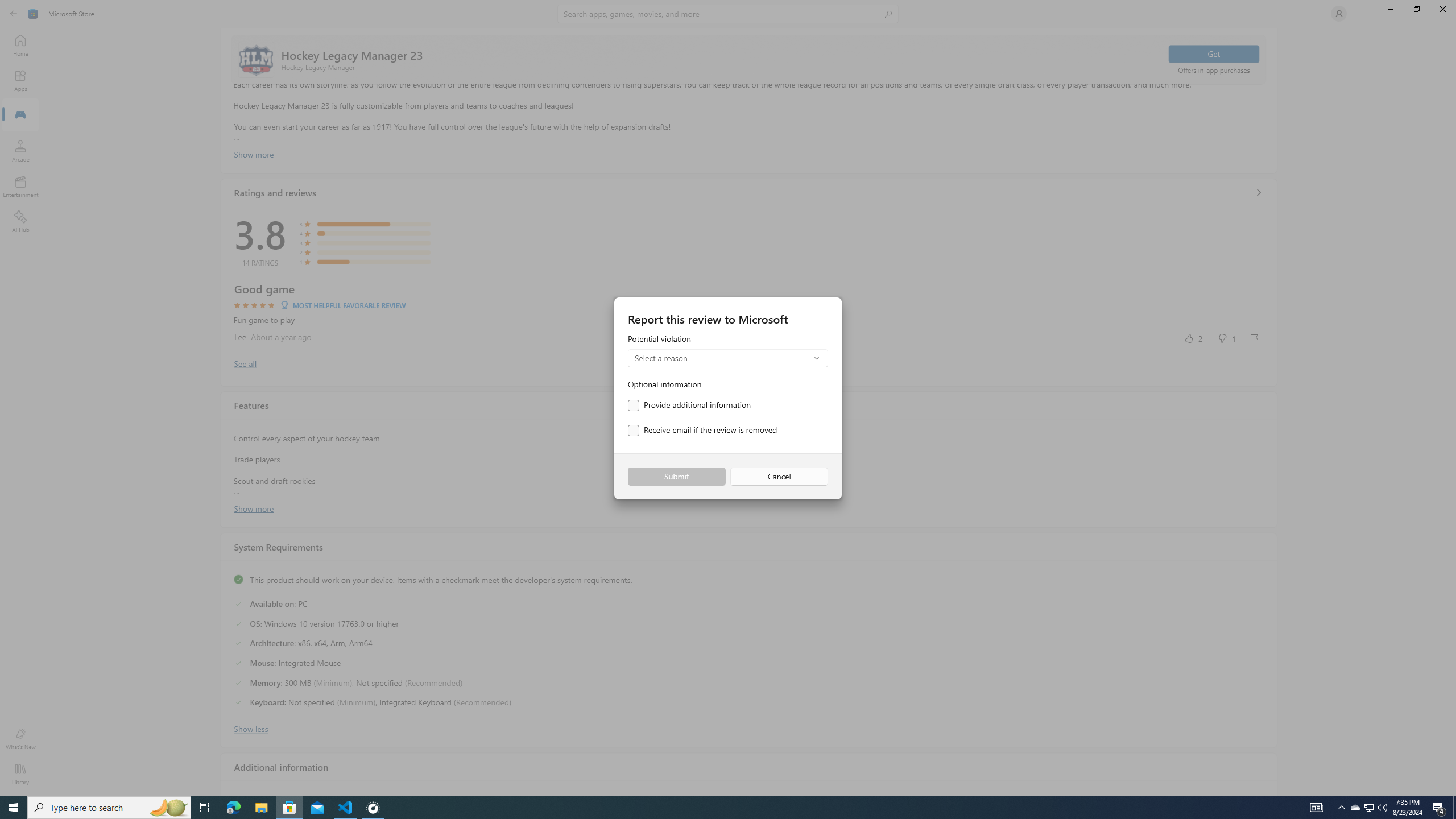  What do you see at coordinates (19, 773) in the screenshot?
I see `'Library'` at bounding box center [19, 773].